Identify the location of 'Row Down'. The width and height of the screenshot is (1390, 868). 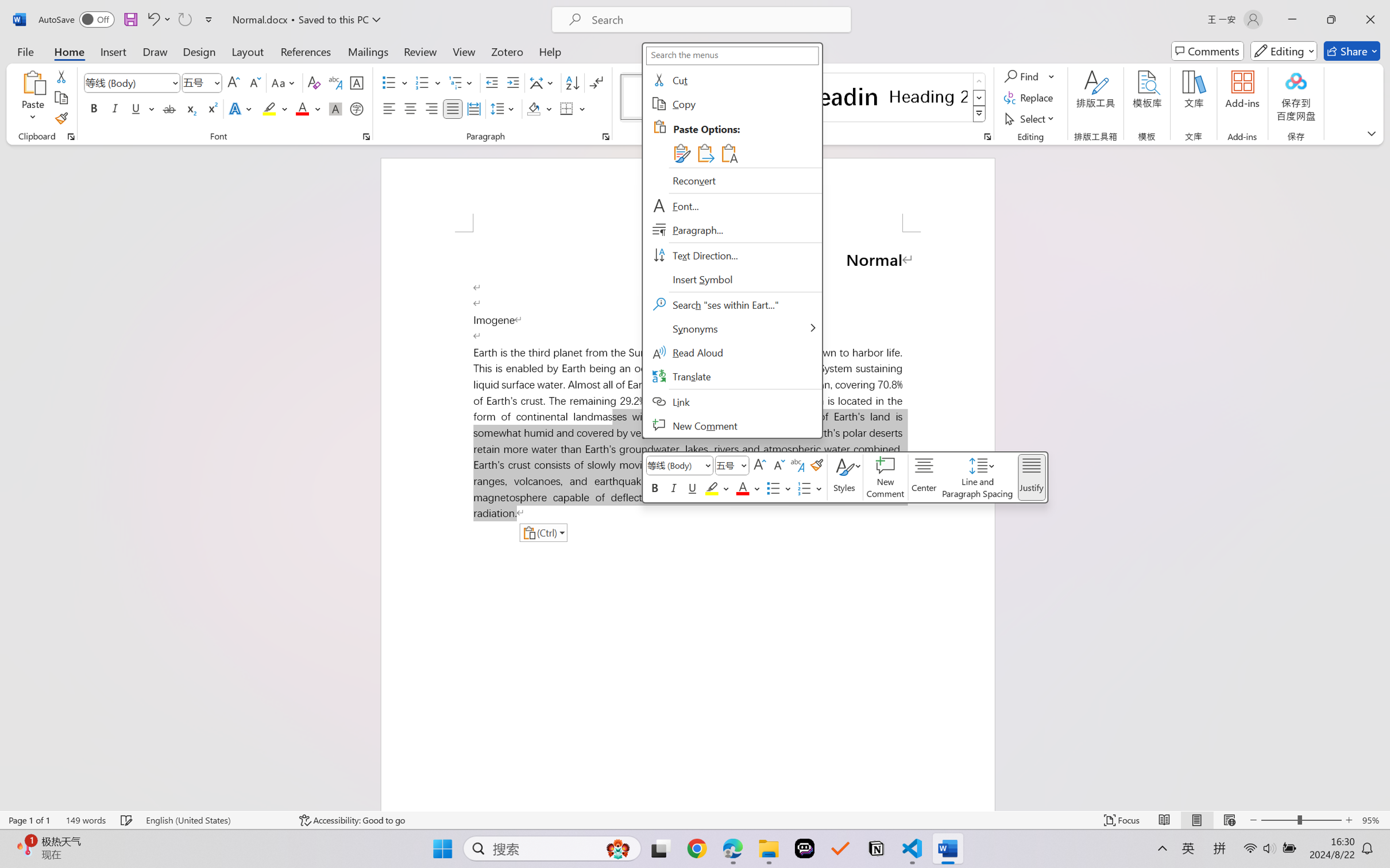
(978, 98).